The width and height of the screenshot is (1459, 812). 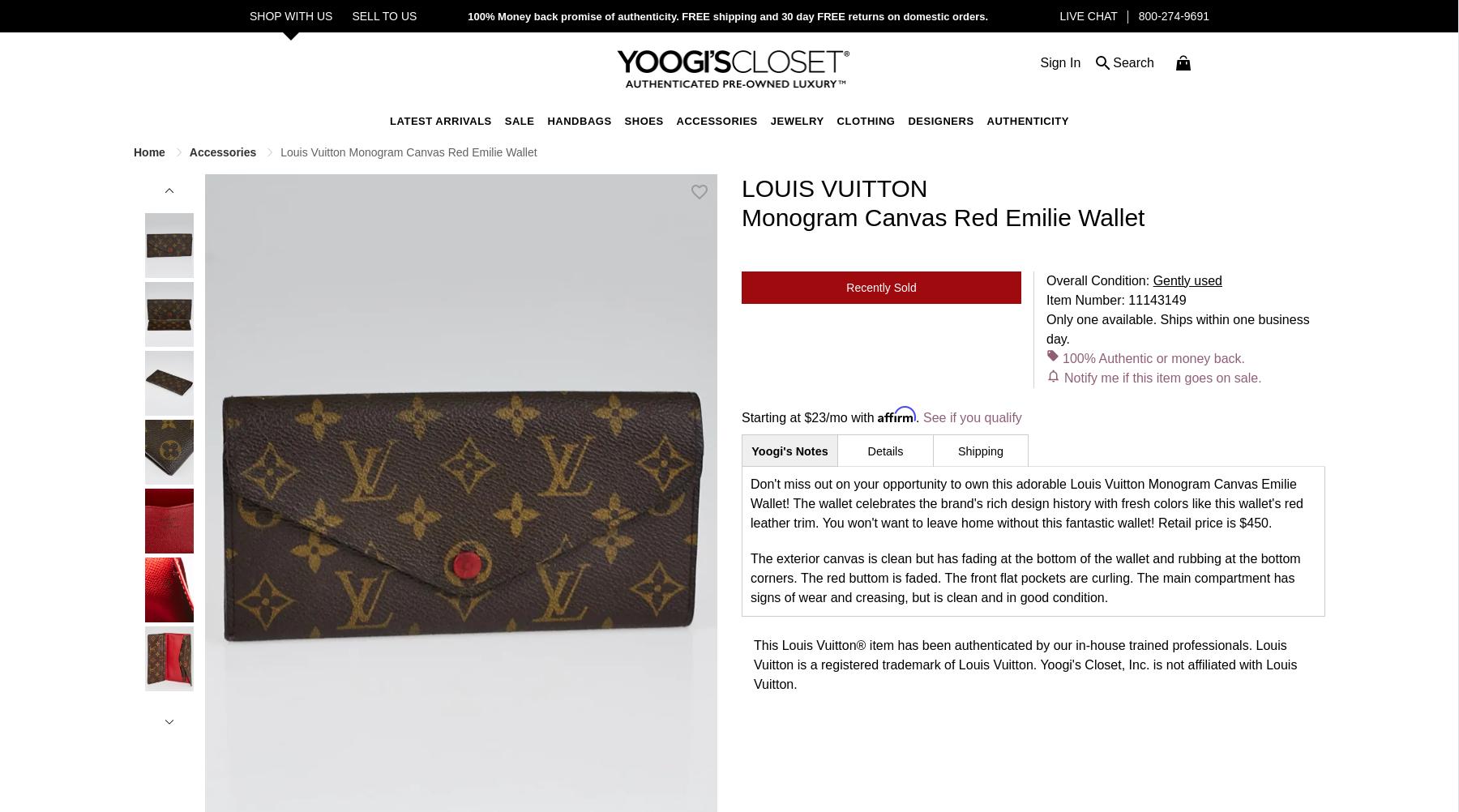 What do you see at coordinates (788, 451) in the screenshot?
I see `'Yoogi's Notes'` at bounding box center [788, 451].